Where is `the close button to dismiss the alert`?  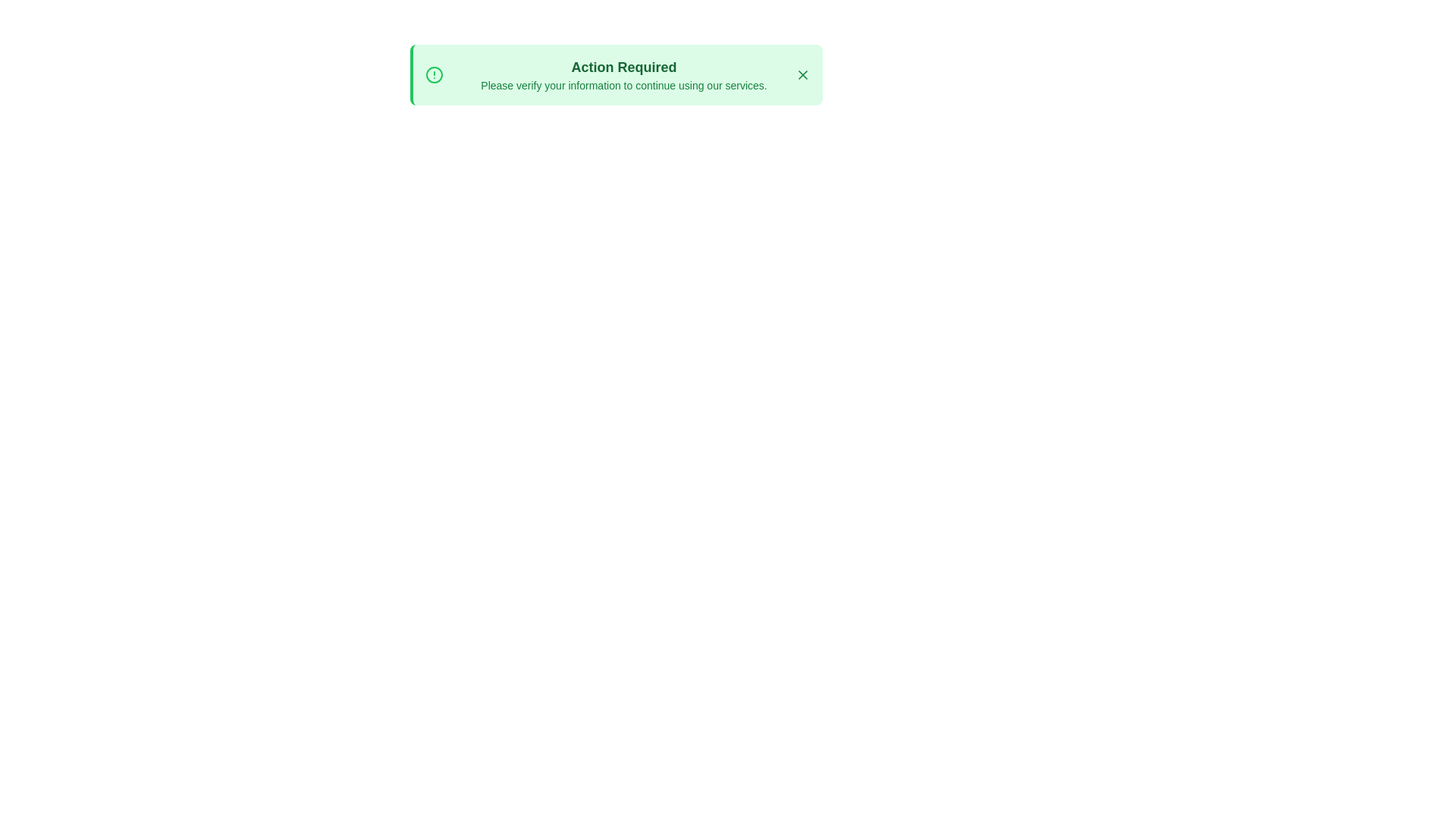 the close button to dismiss the alert is located at coordinates (802, 75).